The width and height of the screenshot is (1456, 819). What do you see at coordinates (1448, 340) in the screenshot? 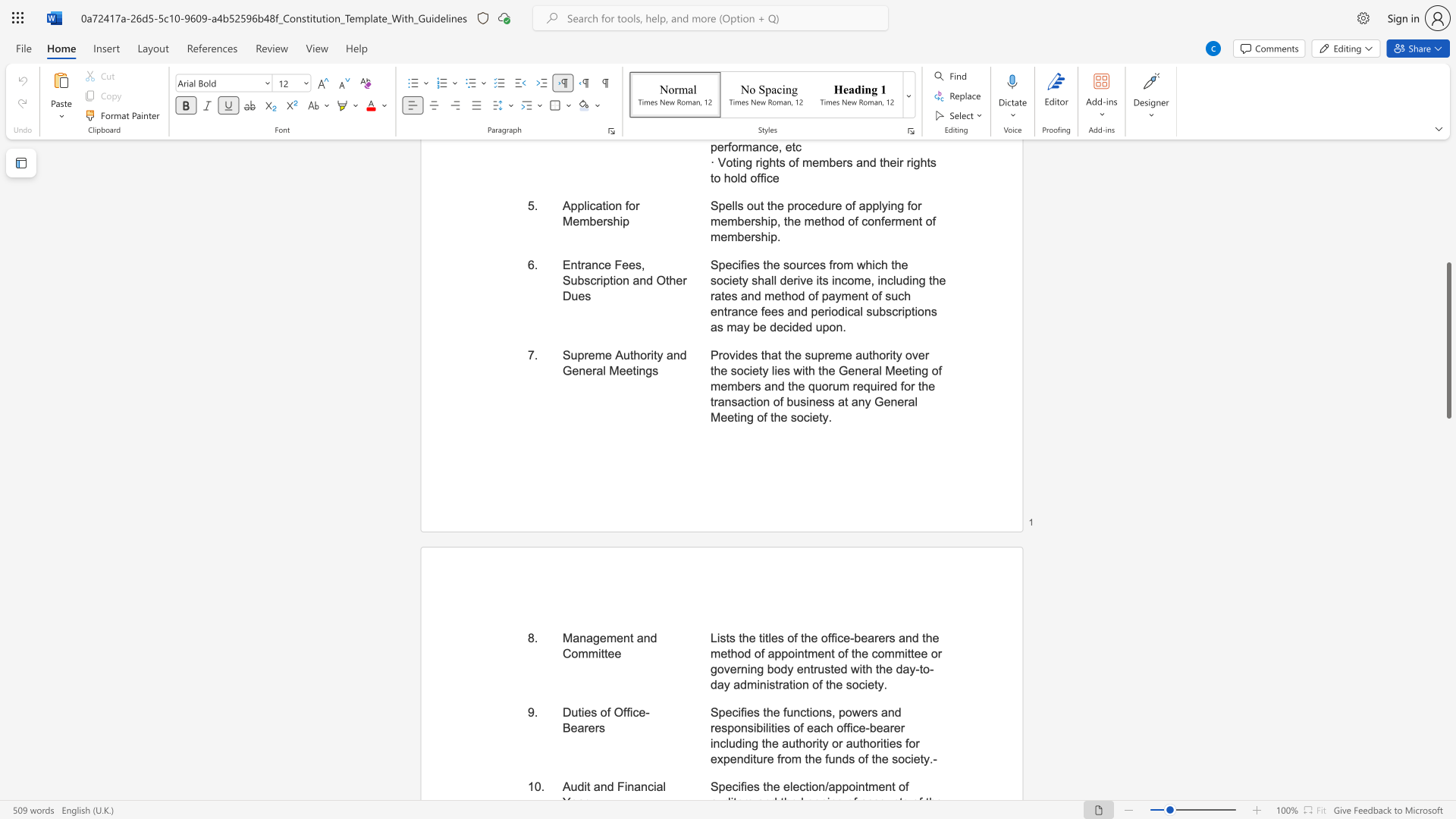
I see `the scrollbar and move down 720 pixels` at bounding box center [1448, 340].